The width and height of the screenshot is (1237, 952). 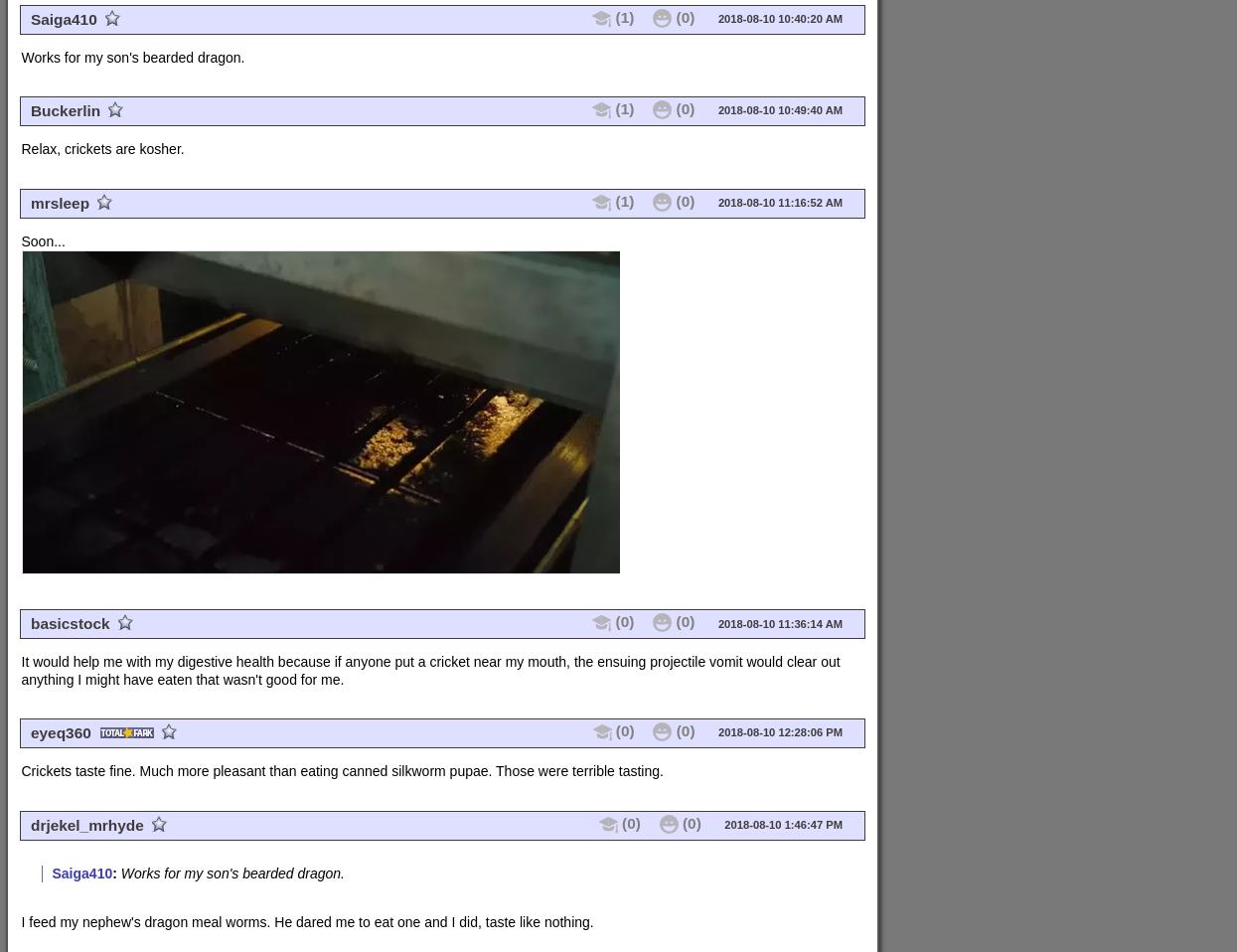 What do you see at coordinates (41, 239) in the screenshot?
I see `'Soon...'` at bounding box center [41, 239].